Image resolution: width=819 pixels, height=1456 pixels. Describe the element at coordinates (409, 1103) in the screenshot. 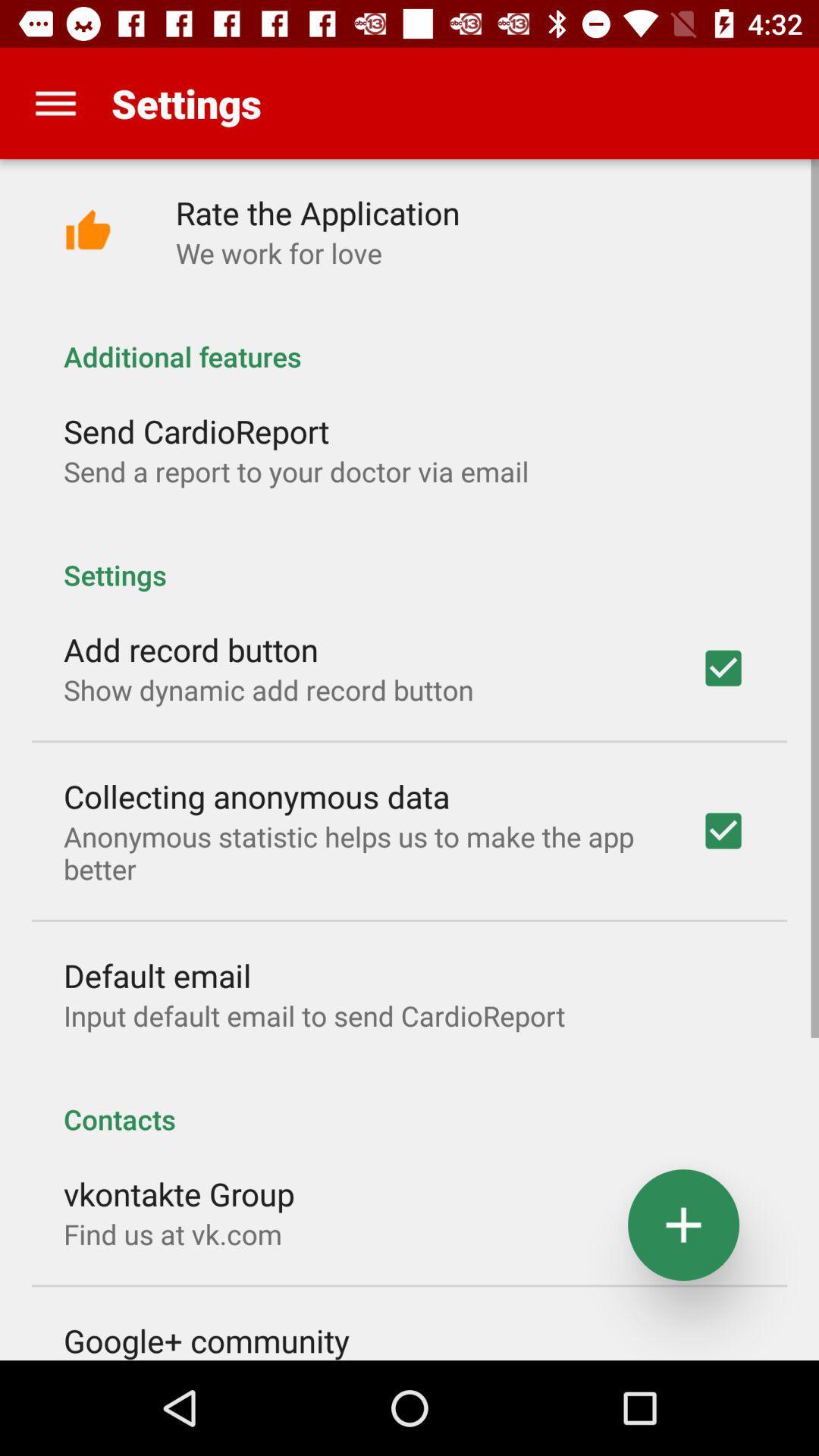

I see `the contacts icon` at that location.